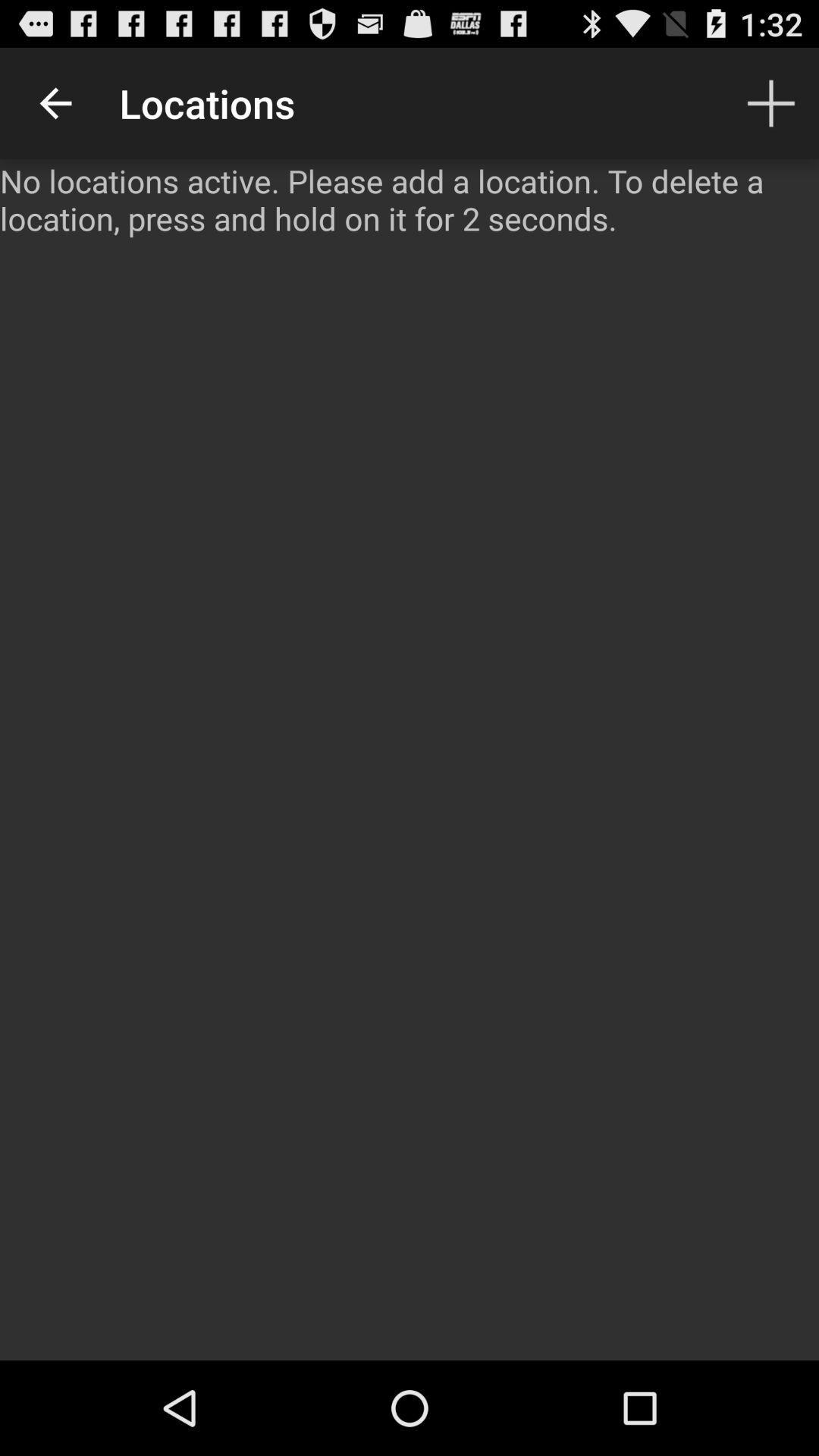 This screenshot has width=819, height=1456. Describe the element at coordinates (55, 102) in the screenshot. I see `the item to the left of locations` at that location.